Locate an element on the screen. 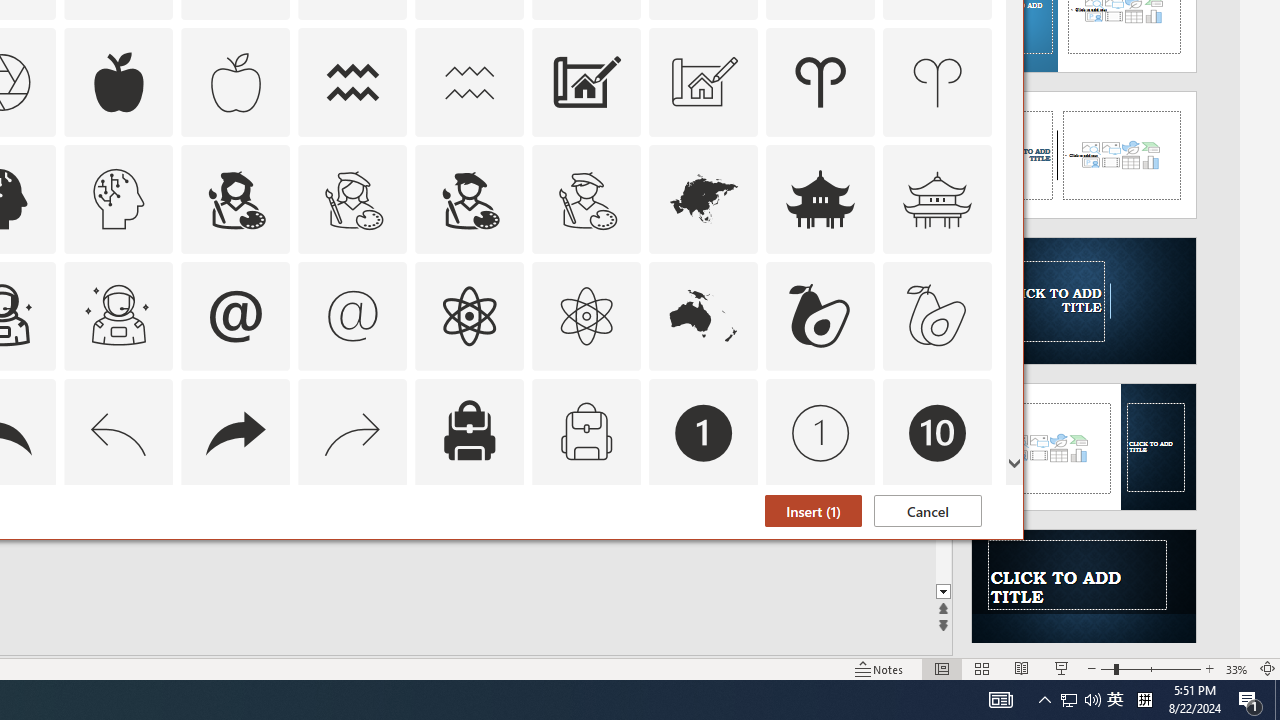 The height and width of the screenshot is (720, 1280). 'AutomationID: Icons_ArtificialIntelligence_M' is located at coordinates (118, 198).